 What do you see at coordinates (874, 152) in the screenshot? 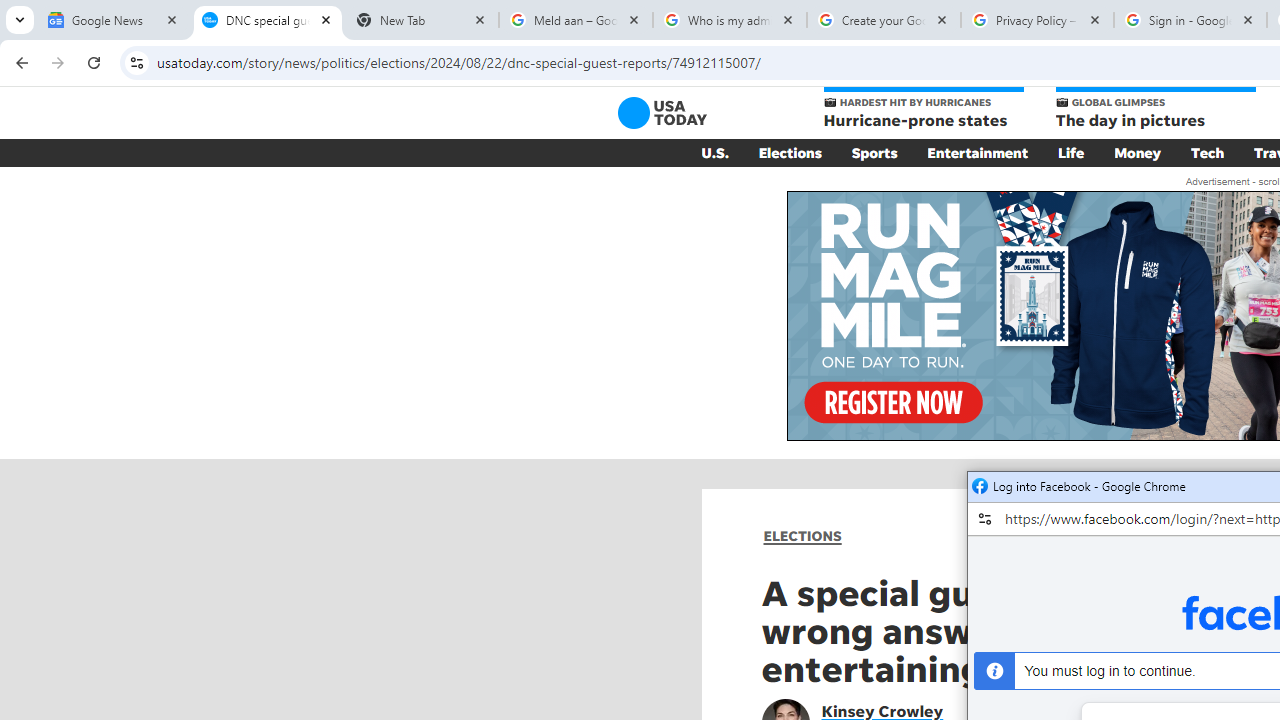
I see `'Sports'` at bounding box center [874, 152].